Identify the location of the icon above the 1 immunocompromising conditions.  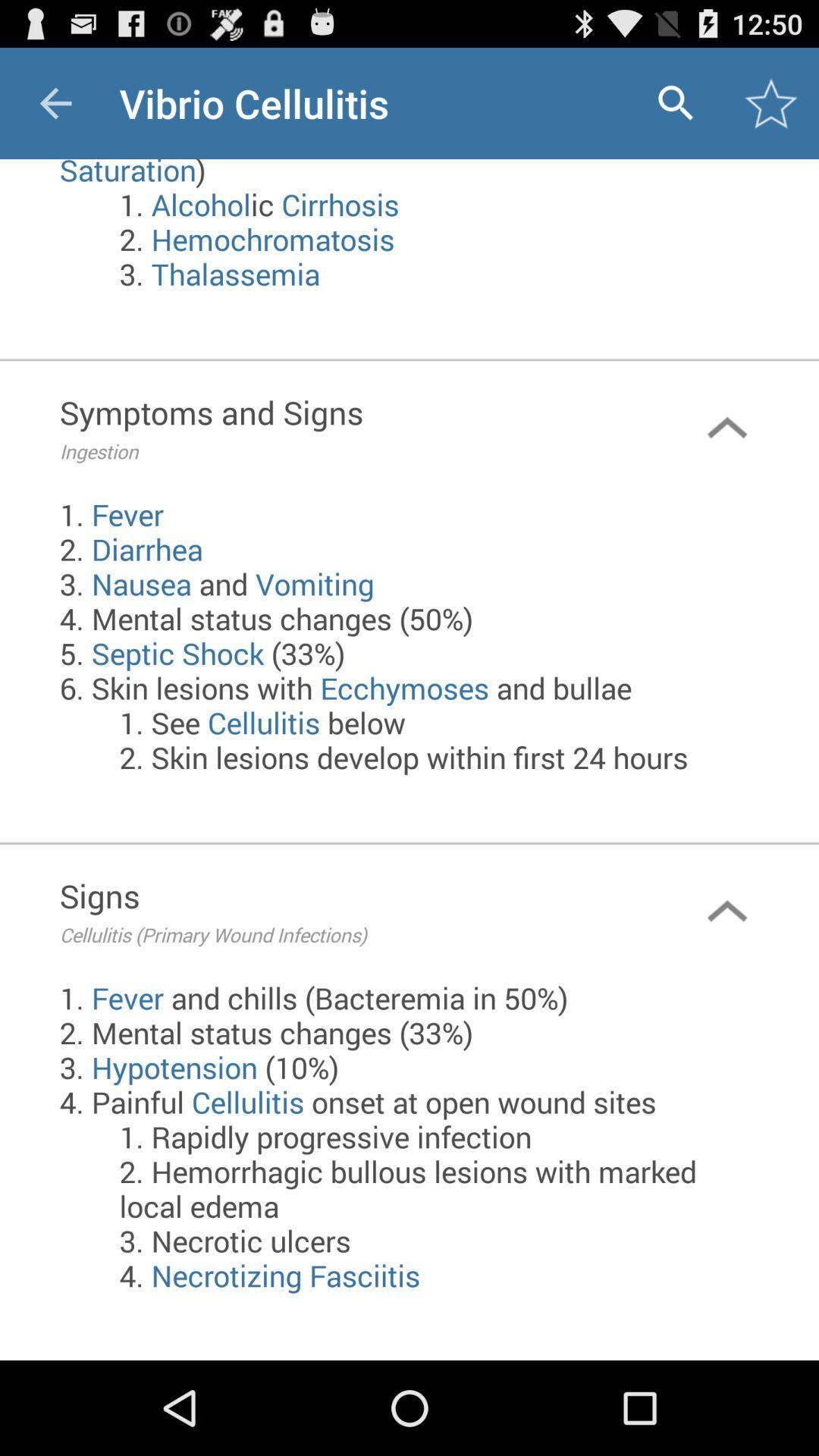
(55, 102).